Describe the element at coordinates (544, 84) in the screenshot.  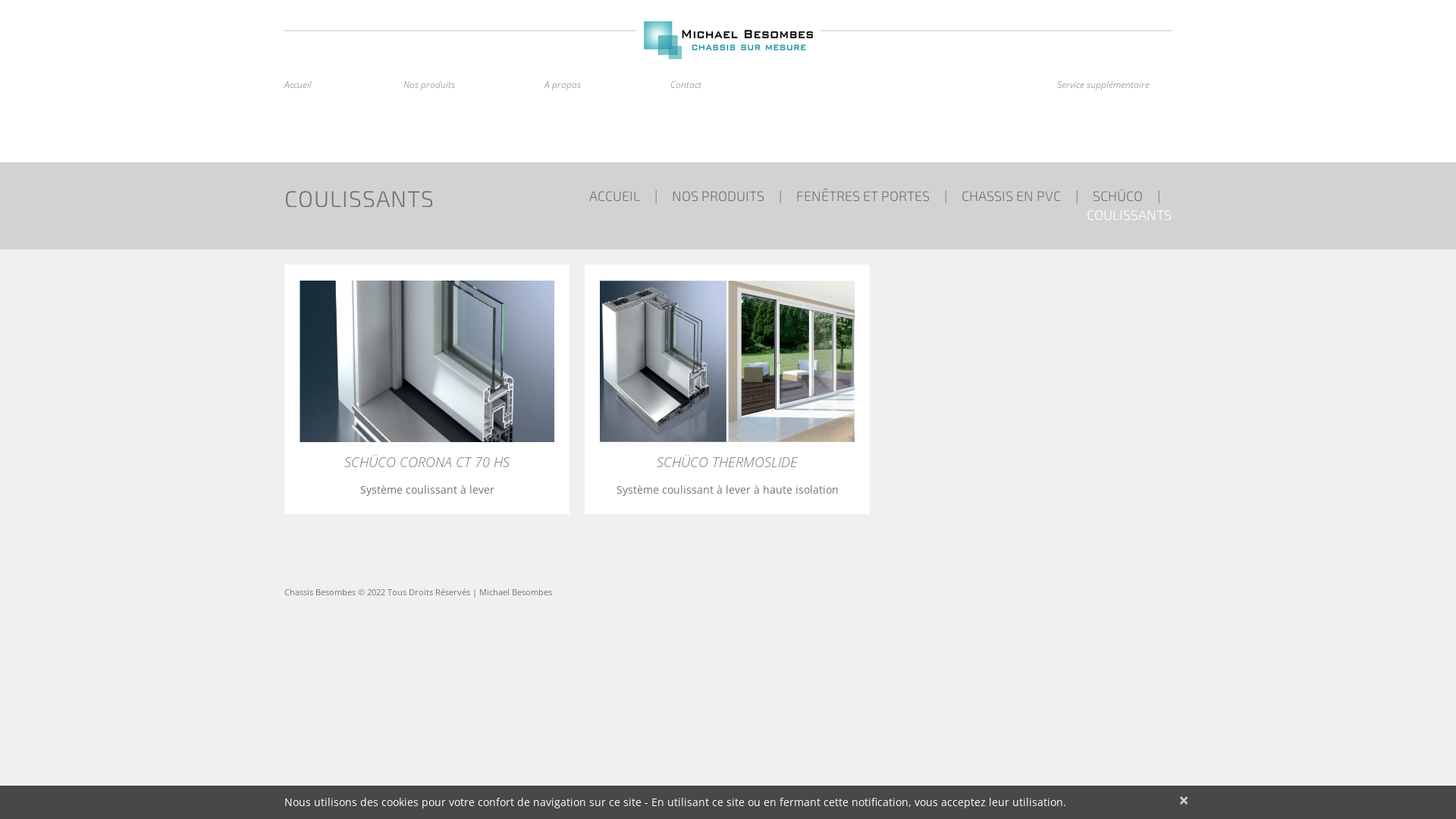
I see `'A propos'` at that location.